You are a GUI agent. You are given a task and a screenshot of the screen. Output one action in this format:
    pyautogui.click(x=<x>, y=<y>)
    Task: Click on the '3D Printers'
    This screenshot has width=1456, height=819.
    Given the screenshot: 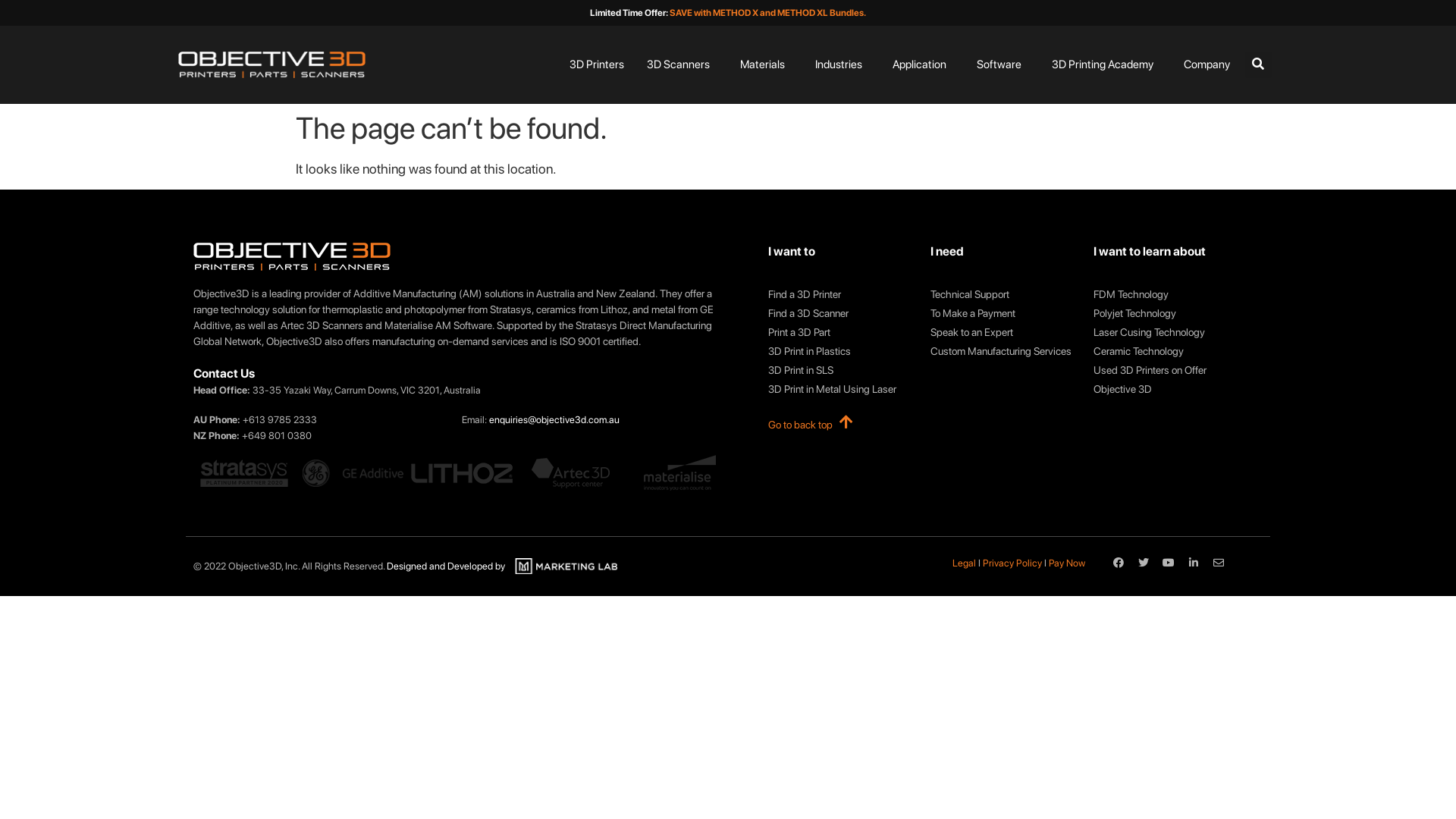 What is the action you would take?
    pyautogui.click(x=595, y=64)
    